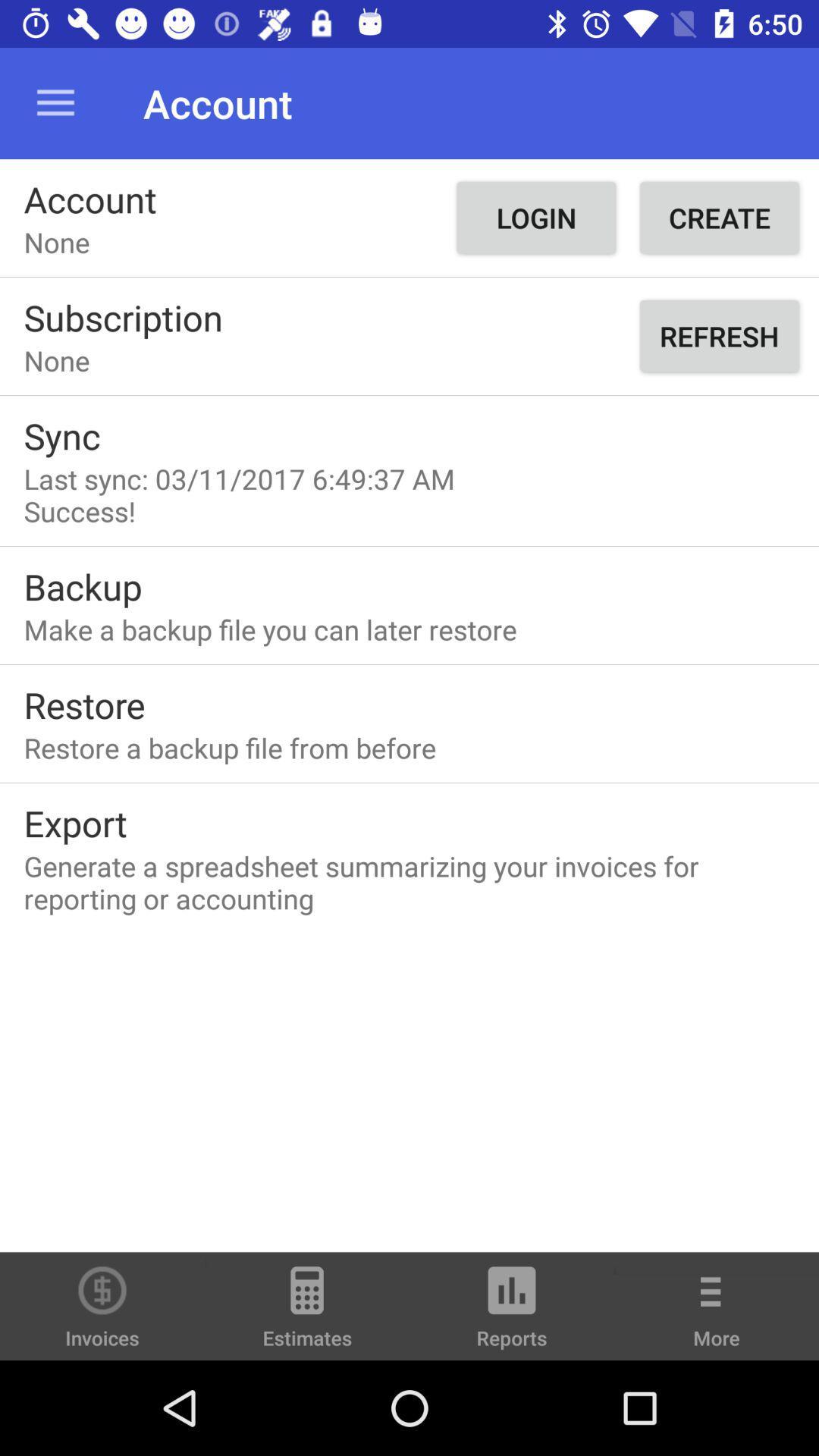  I want to click on icon next to the reports, so click(307, 1313).